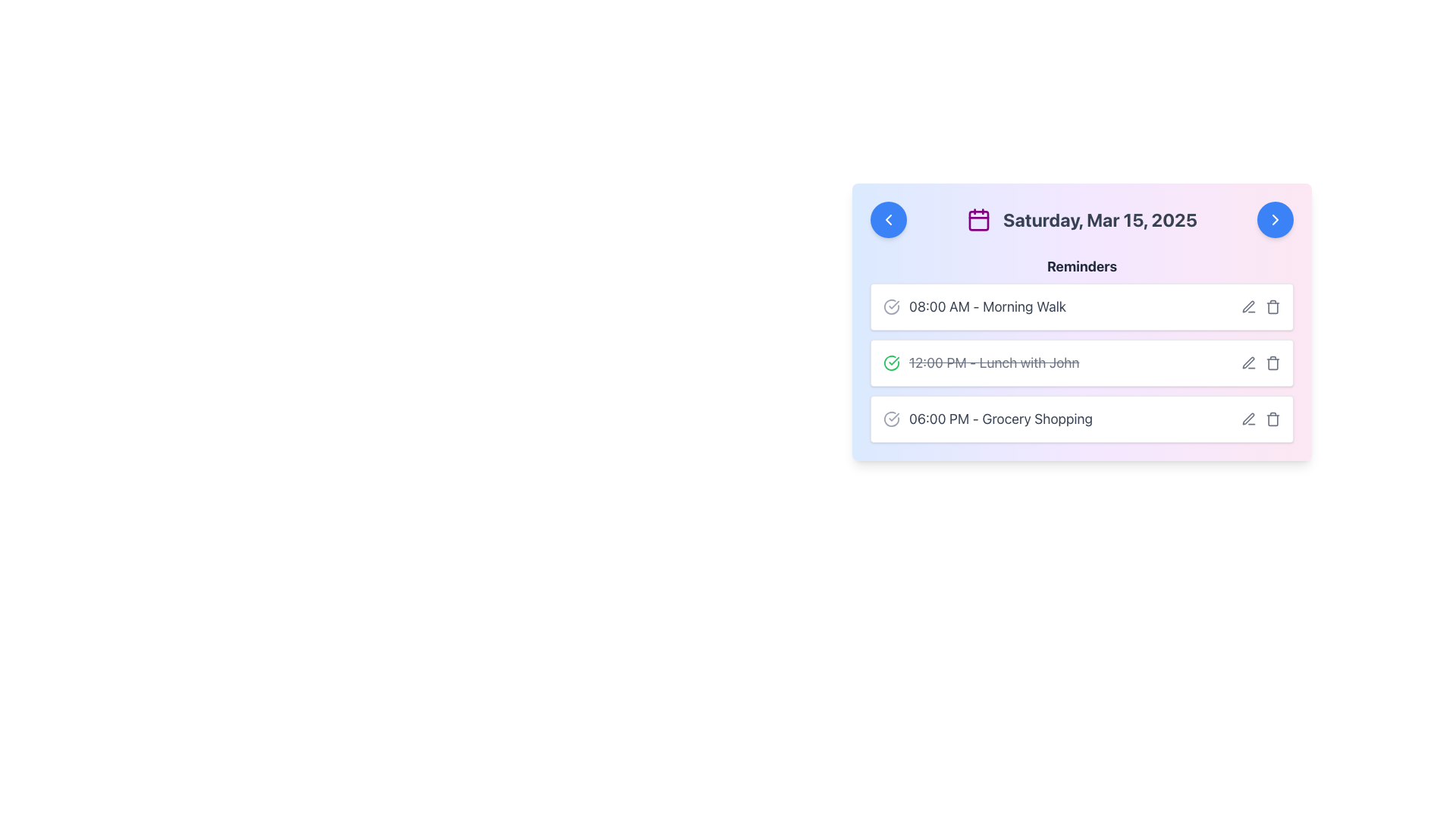 The image size is (1456, 819). What do you see at coordinates (987, 419) in the screenshot?
I see `the check mark icon next to the text '06:00 PM - Grocery Shopping' to mark this grocery shopping event as completed` at bounding box center [987, 419].